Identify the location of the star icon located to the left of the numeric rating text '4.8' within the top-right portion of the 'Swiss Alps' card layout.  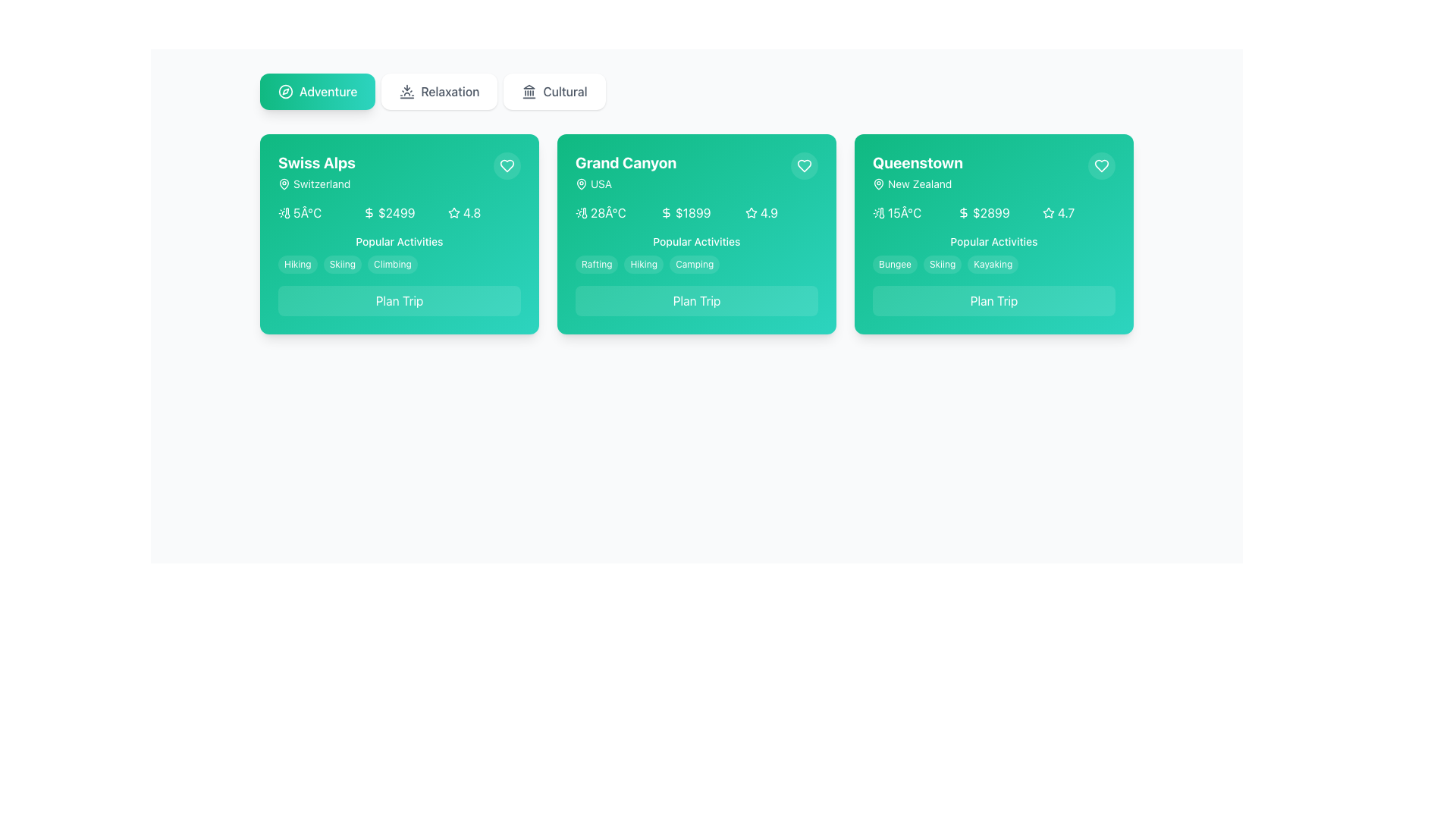
(453, 213).